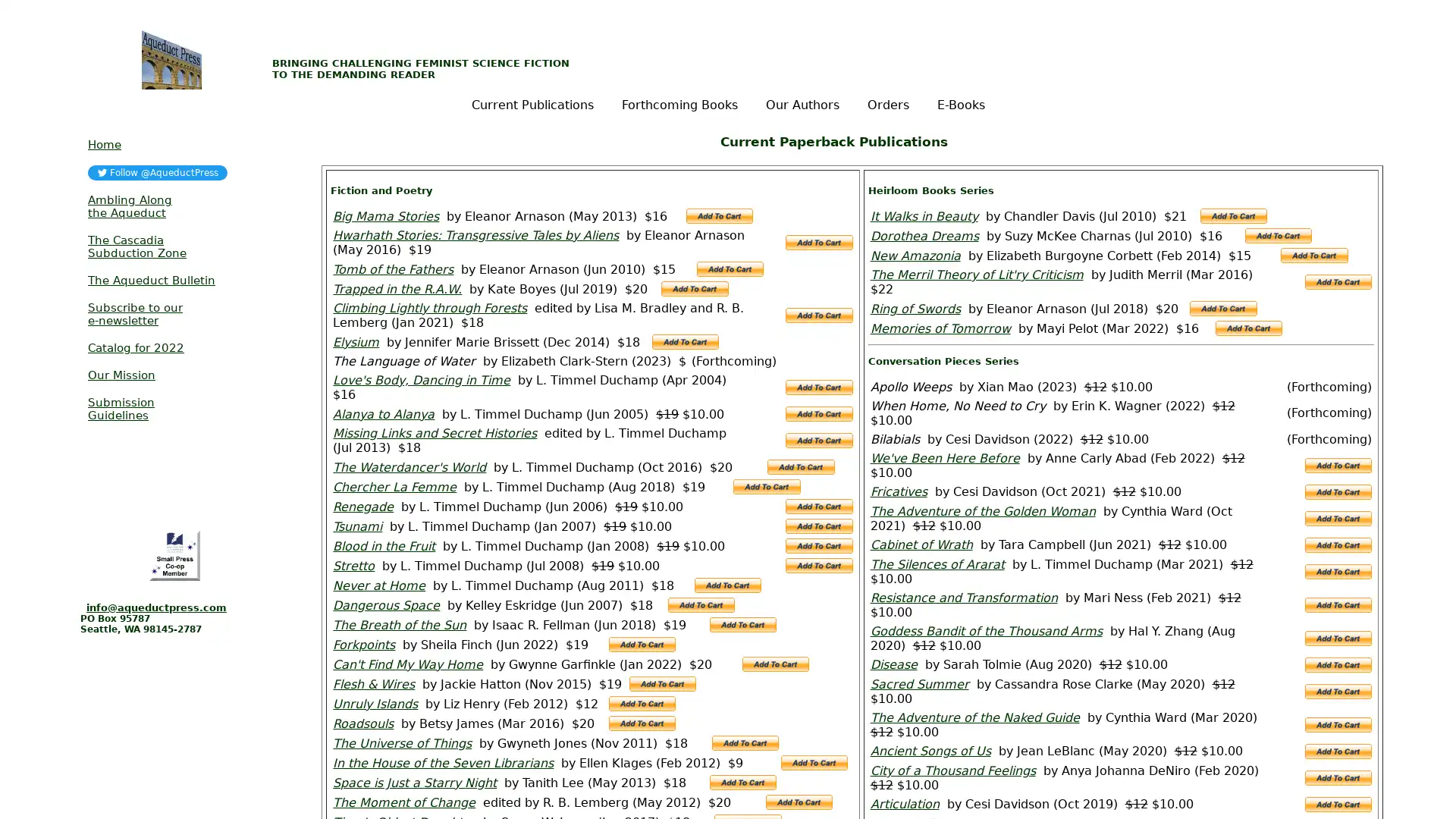 Image resolution: width=1456 pixels, height=819 pixels. What do you see at coordinates (767, 486) in the screenshot?
I see `Make payments with PayPal - it\'s fast, free and secure!` at bounding box center [767, 486].